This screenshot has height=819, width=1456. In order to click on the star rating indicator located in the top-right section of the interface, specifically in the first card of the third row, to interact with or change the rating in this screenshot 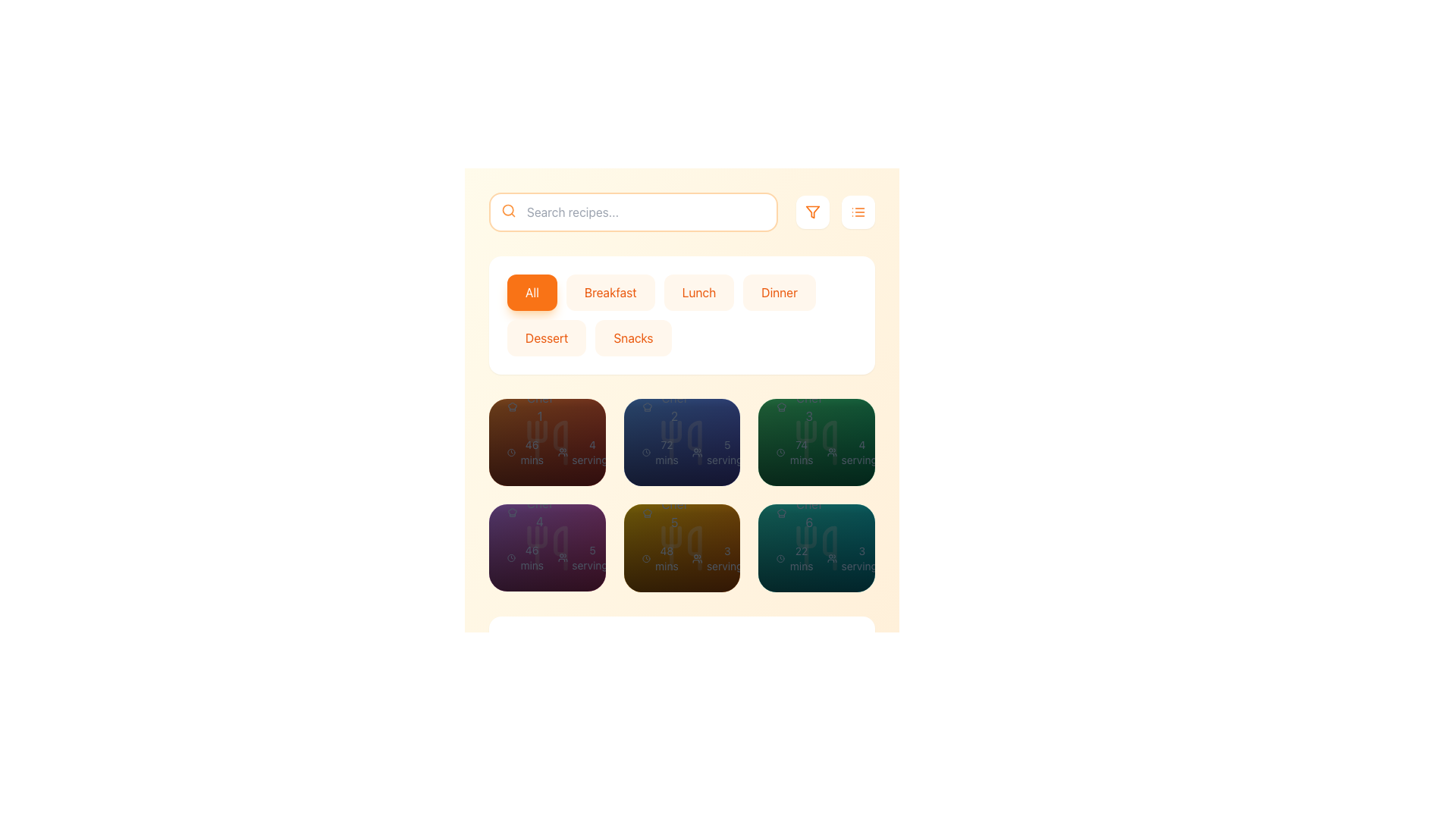, I will do `click(832, 460)`.